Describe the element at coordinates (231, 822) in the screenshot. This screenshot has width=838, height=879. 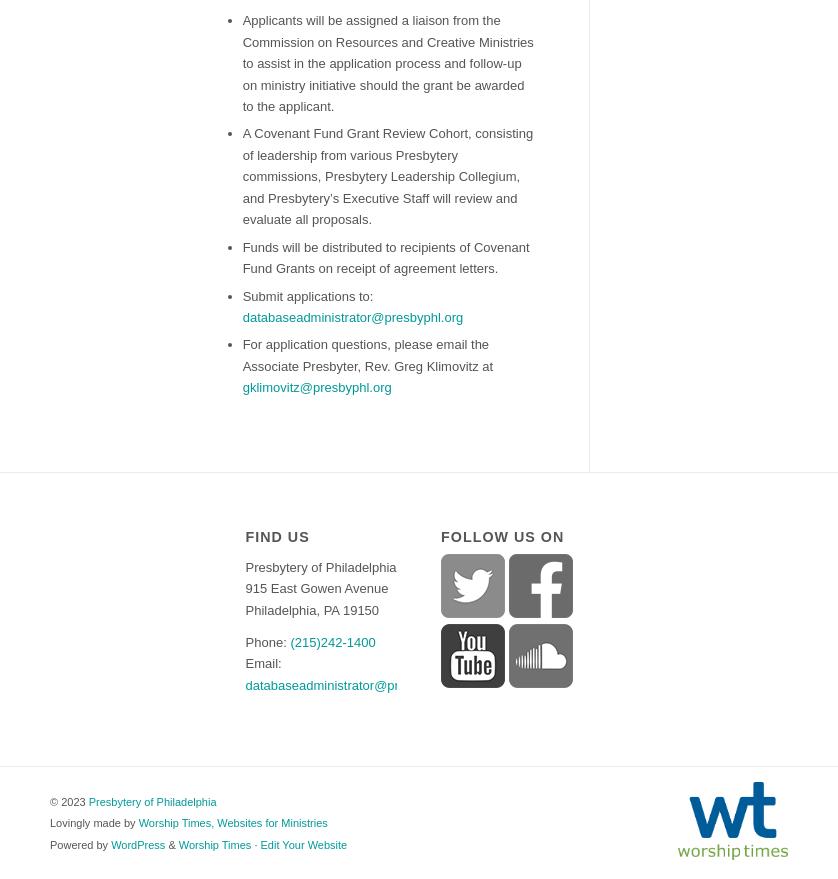
I see `'Worship Times, Websites for
                    Ministries'` at that location.